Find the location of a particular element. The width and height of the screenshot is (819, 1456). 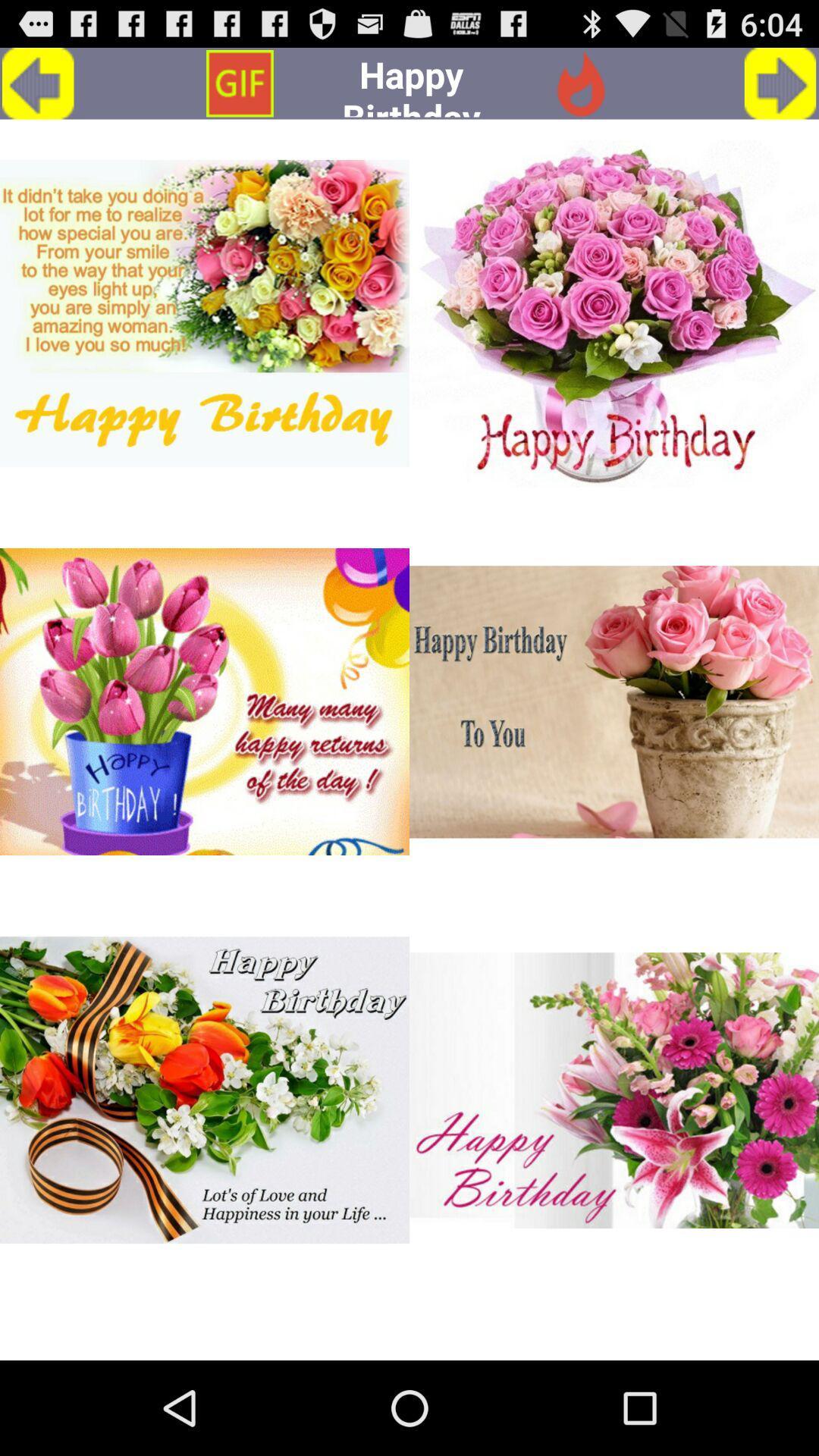

insert sticker is located at coordinates (205, 312).